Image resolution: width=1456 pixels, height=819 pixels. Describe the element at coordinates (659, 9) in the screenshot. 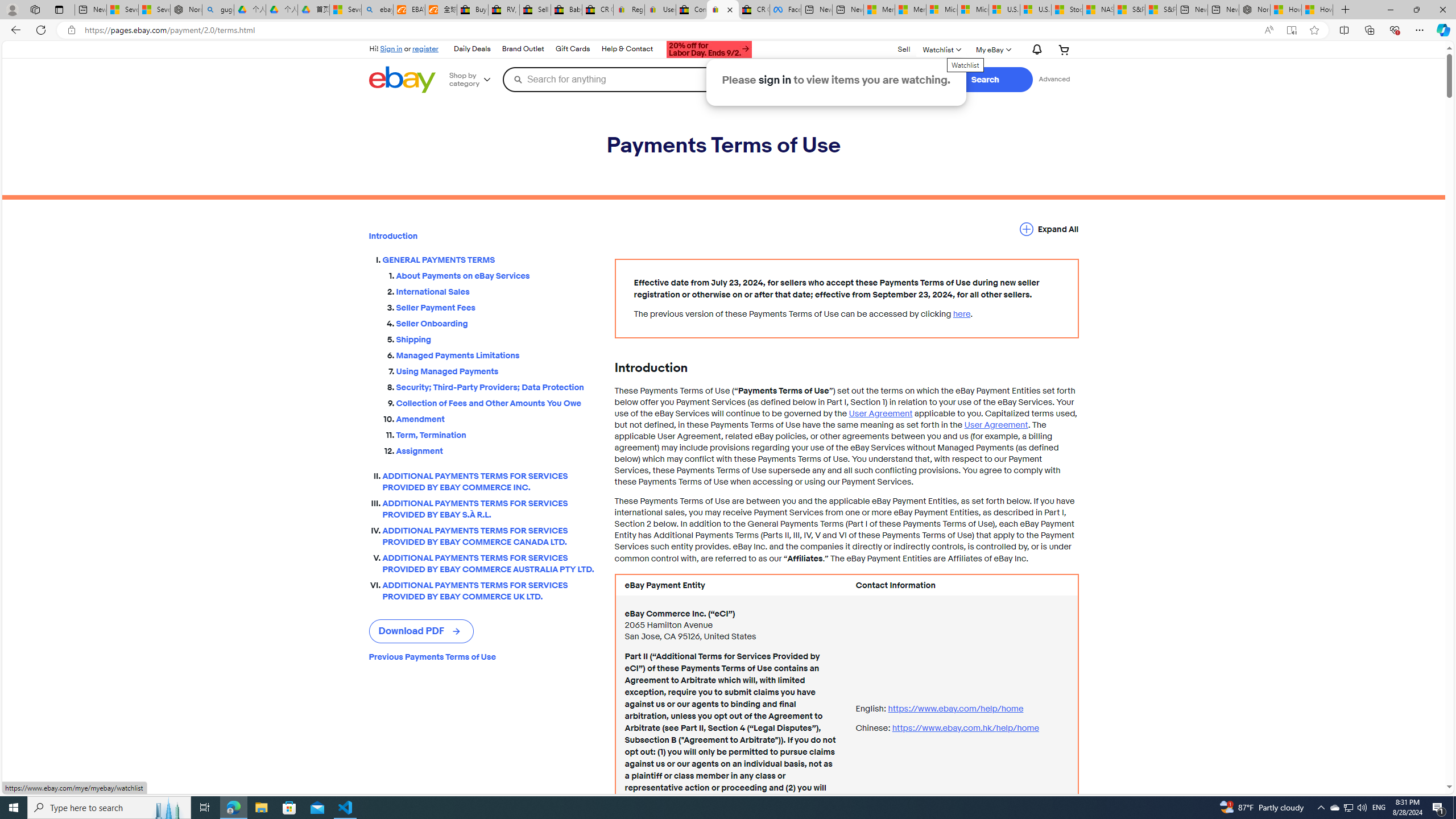

I see `'User Privacy Notice | eBay'` at that location.